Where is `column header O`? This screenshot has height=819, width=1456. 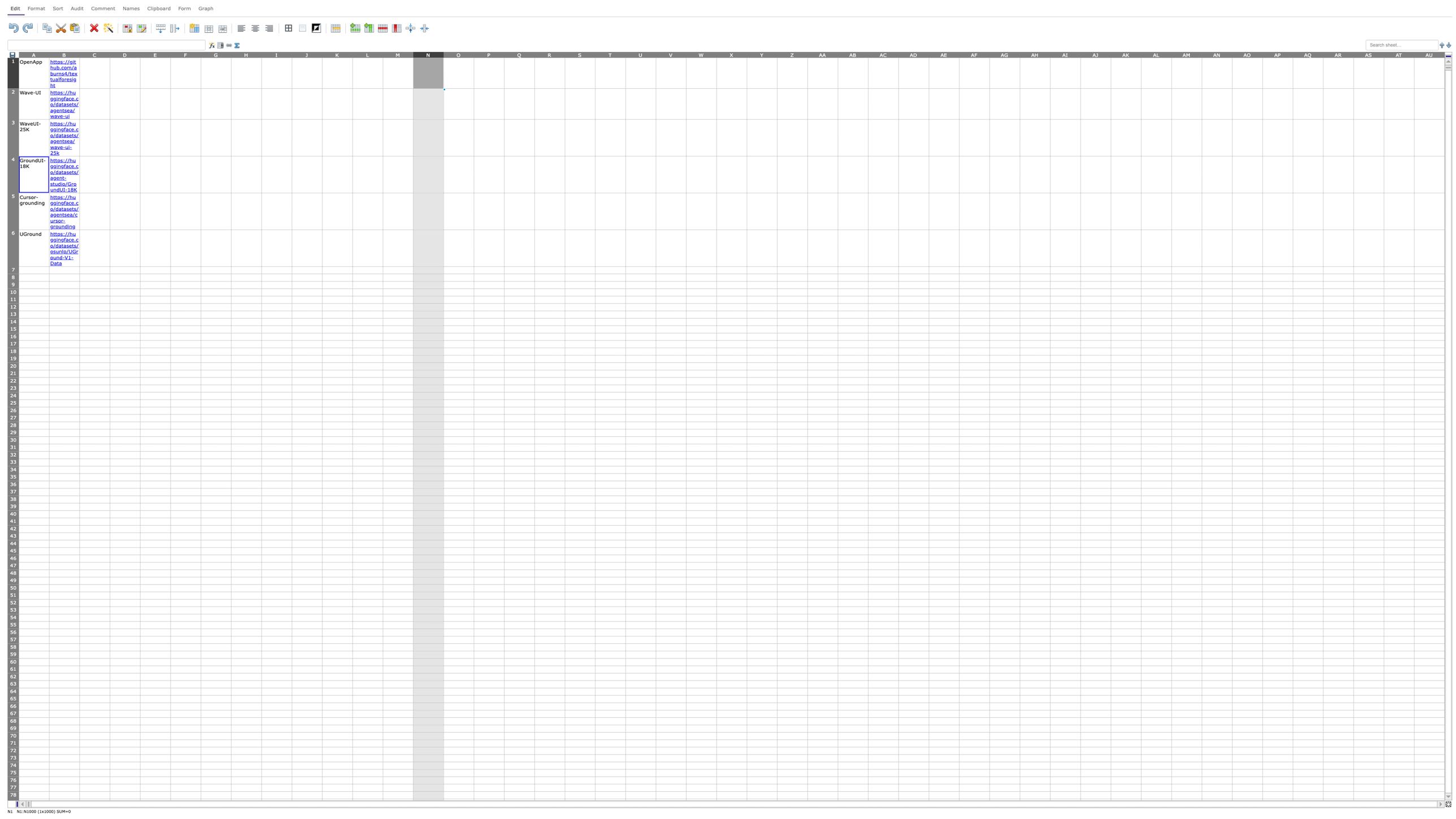 column header O is located at coordinates (458, 54).